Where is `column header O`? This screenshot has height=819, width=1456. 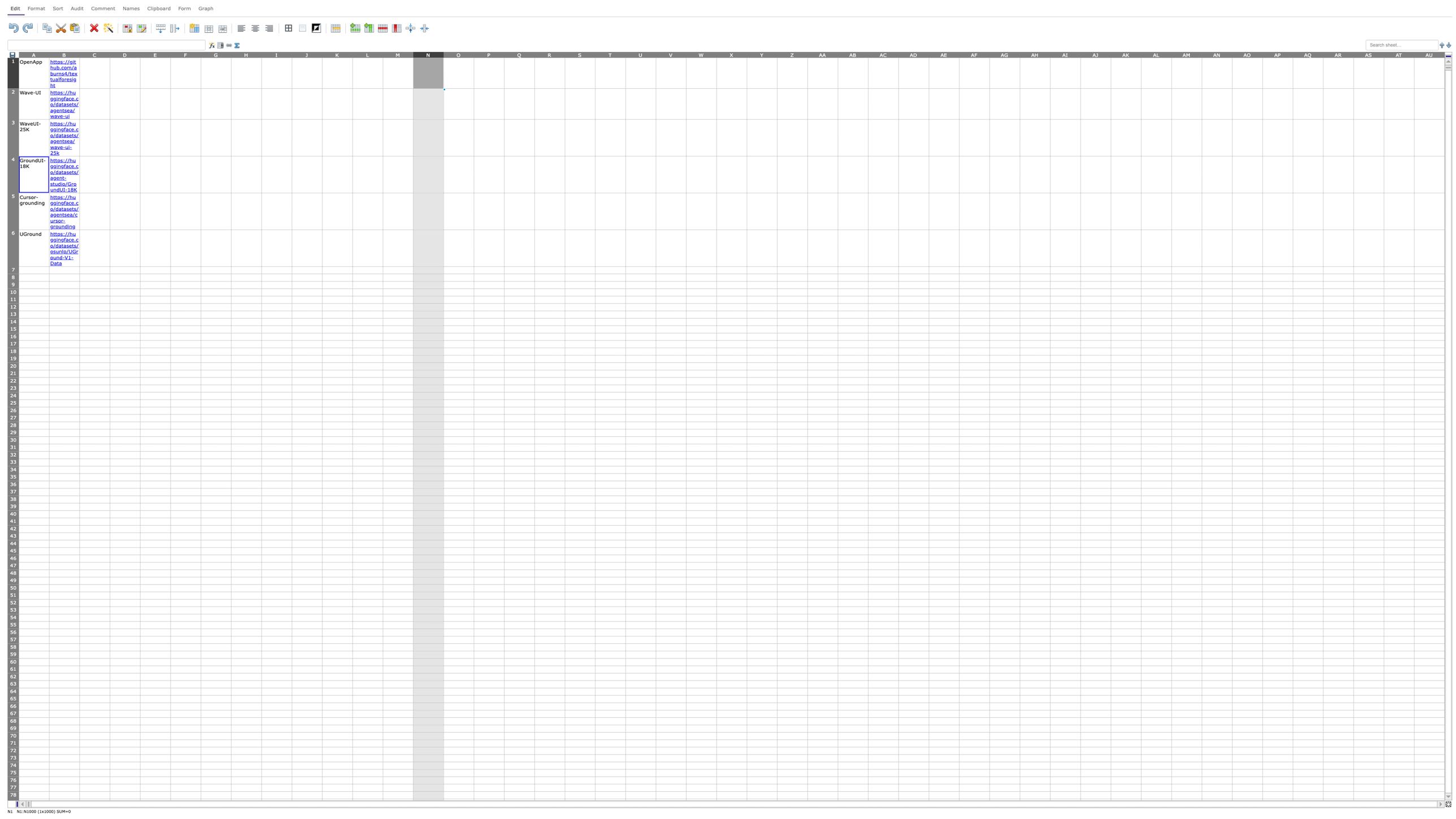 column header O is located at coordinates (458, 54).